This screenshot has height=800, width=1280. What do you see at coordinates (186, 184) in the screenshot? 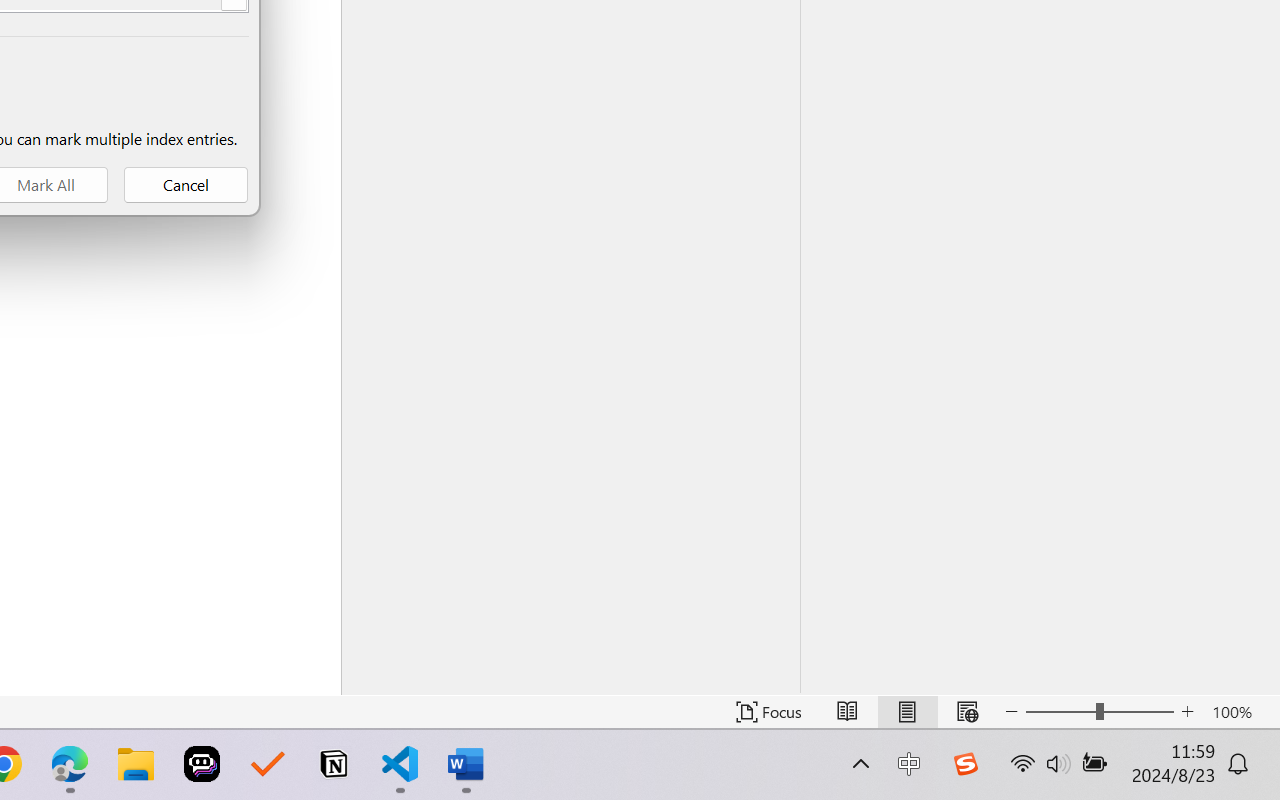
I see `'Cancel'` at bounding box center [186, 184].